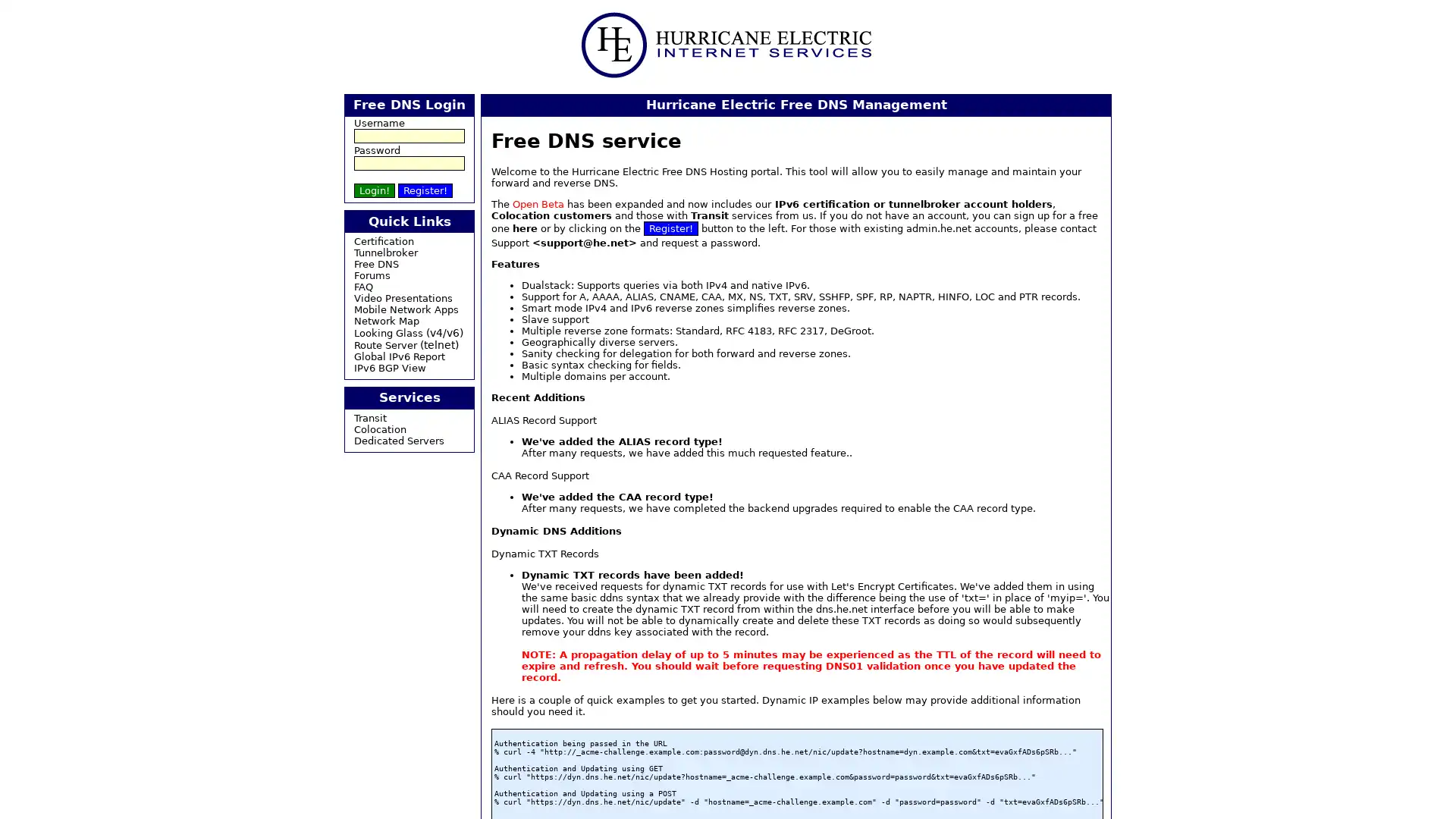 This screenshot has width=1456, height=819. What do you see at coordinates (375, 190) in the screenshot?
I see `Login!` at bounding box center [375, 190].